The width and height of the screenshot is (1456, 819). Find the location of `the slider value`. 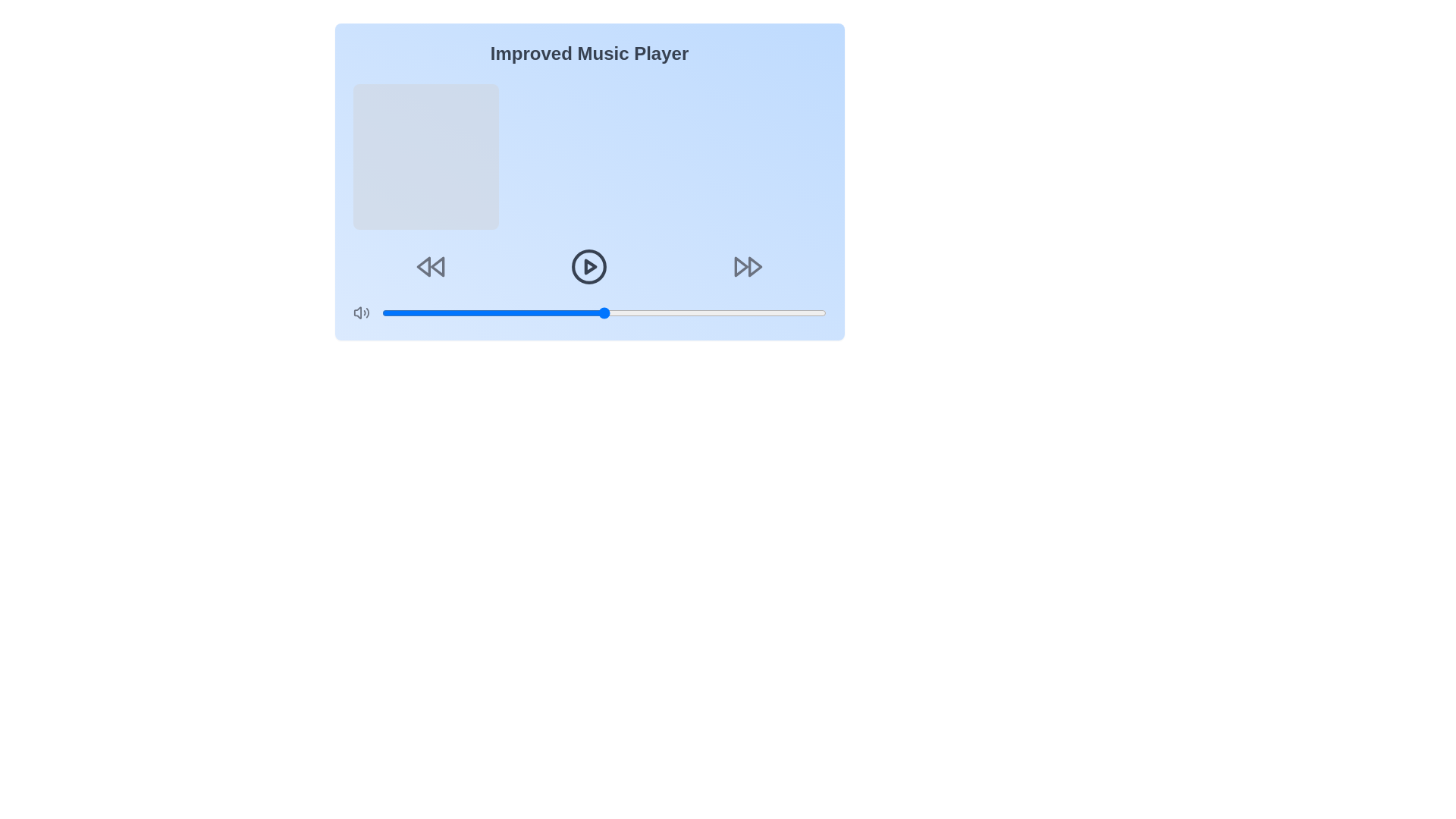

the slider value is located at coordinates (524, 312).